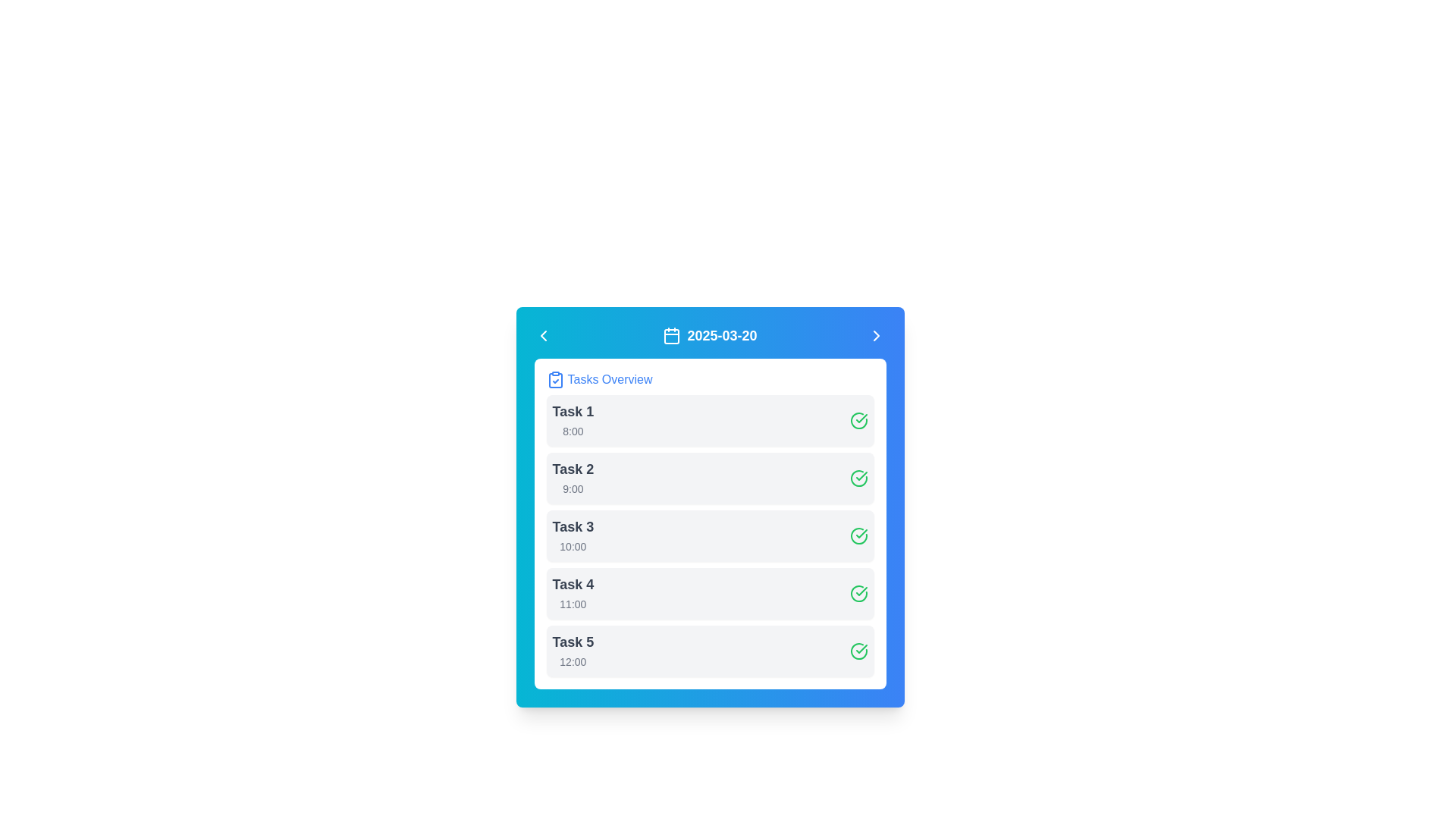 The image size is (1456, 819). Describe the element at coordinates (858, 535) in the screenshot. I see `the green circular checkmark icon associated with 'Task 3' in the task list` at that location.